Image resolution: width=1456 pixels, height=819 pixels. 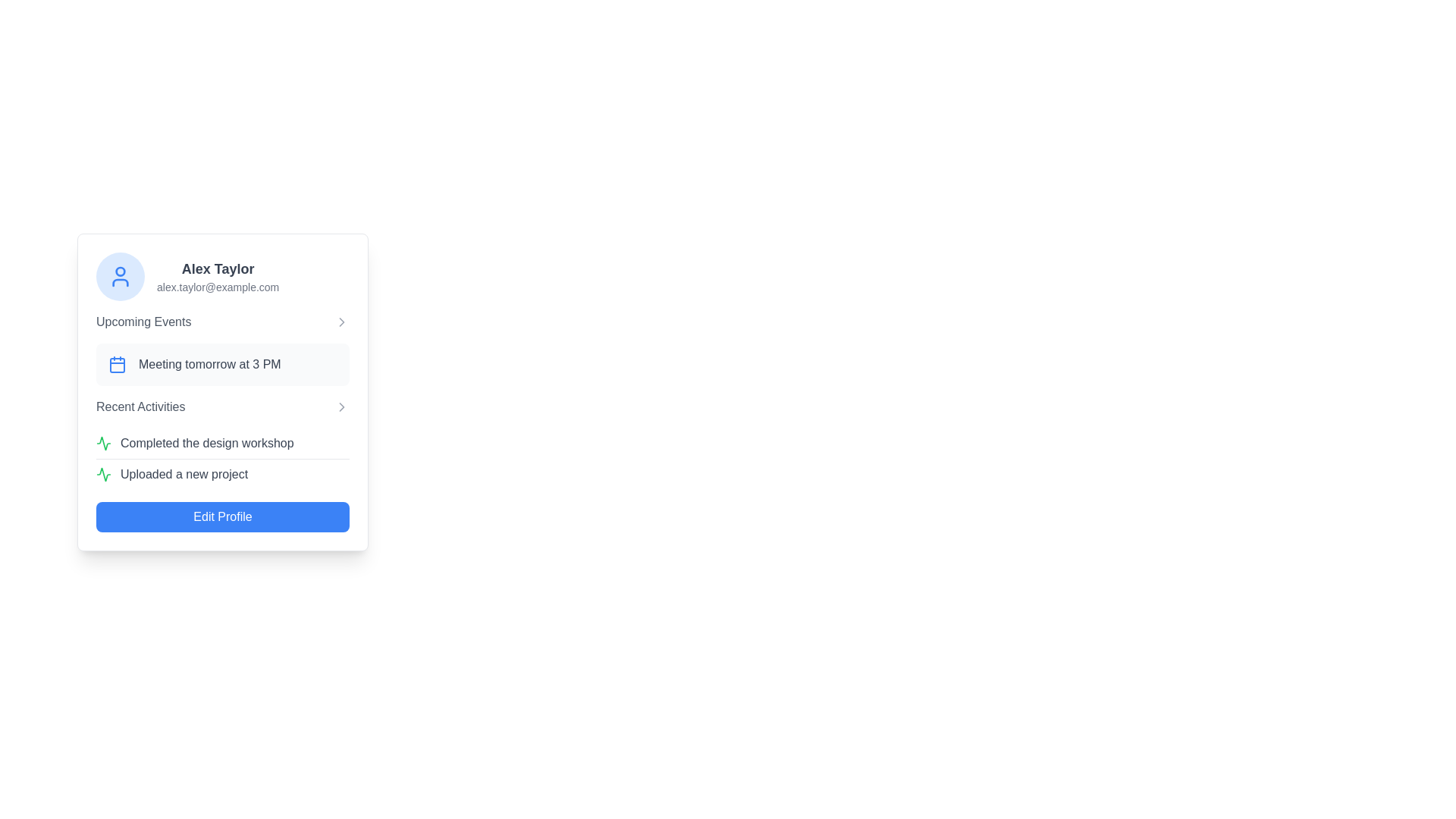 I want to click on the user name Text label located at the top-left corner of the card, which displays the name associated with the card's content, so click(x=217, y=268).